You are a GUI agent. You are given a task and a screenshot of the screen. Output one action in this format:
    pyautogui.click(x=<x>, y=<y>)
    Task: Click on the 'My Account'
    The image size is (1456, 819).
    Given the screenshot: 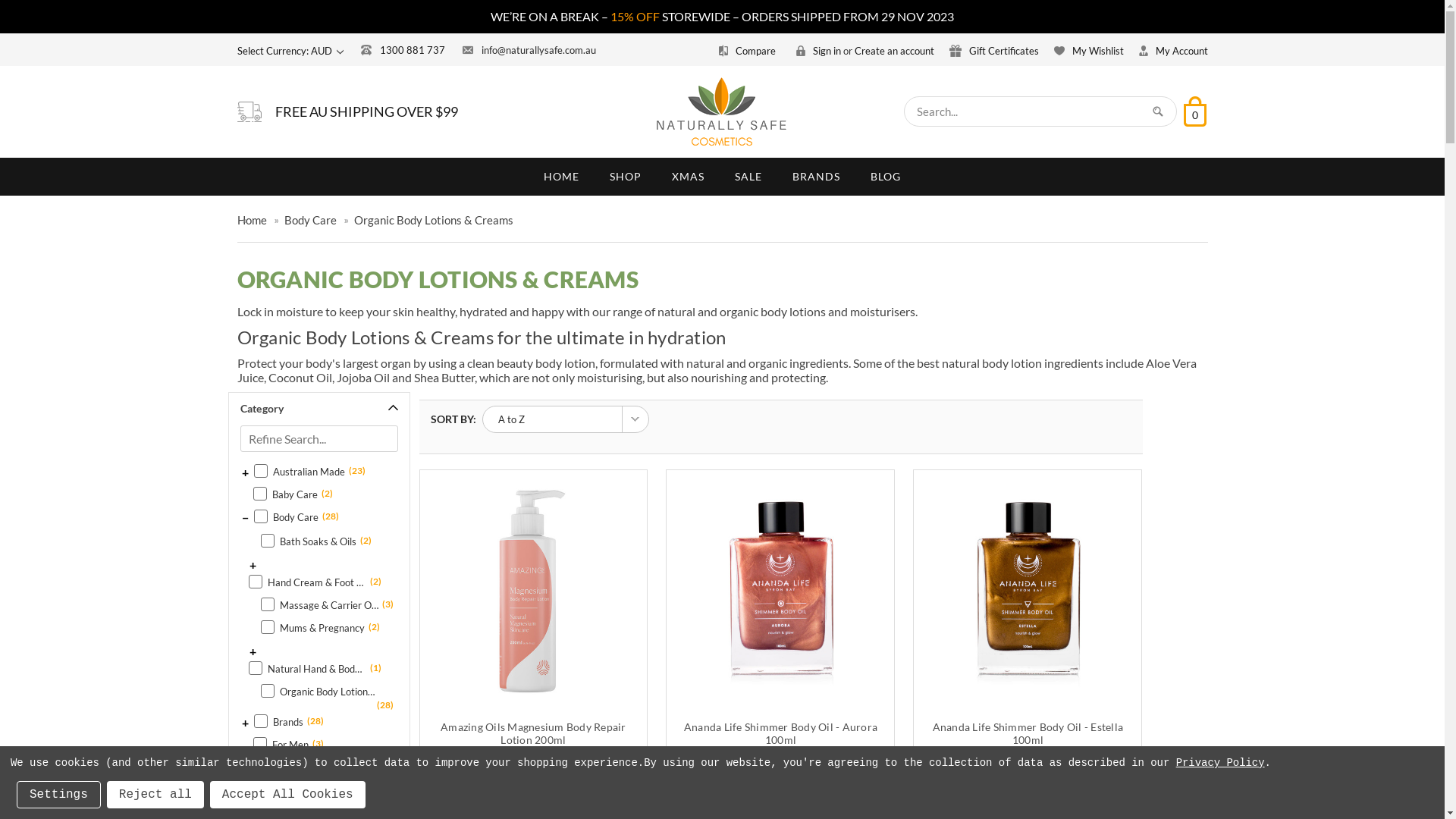 What is the action you would take?
    pyautogui.click(x=1172, y=49)
    